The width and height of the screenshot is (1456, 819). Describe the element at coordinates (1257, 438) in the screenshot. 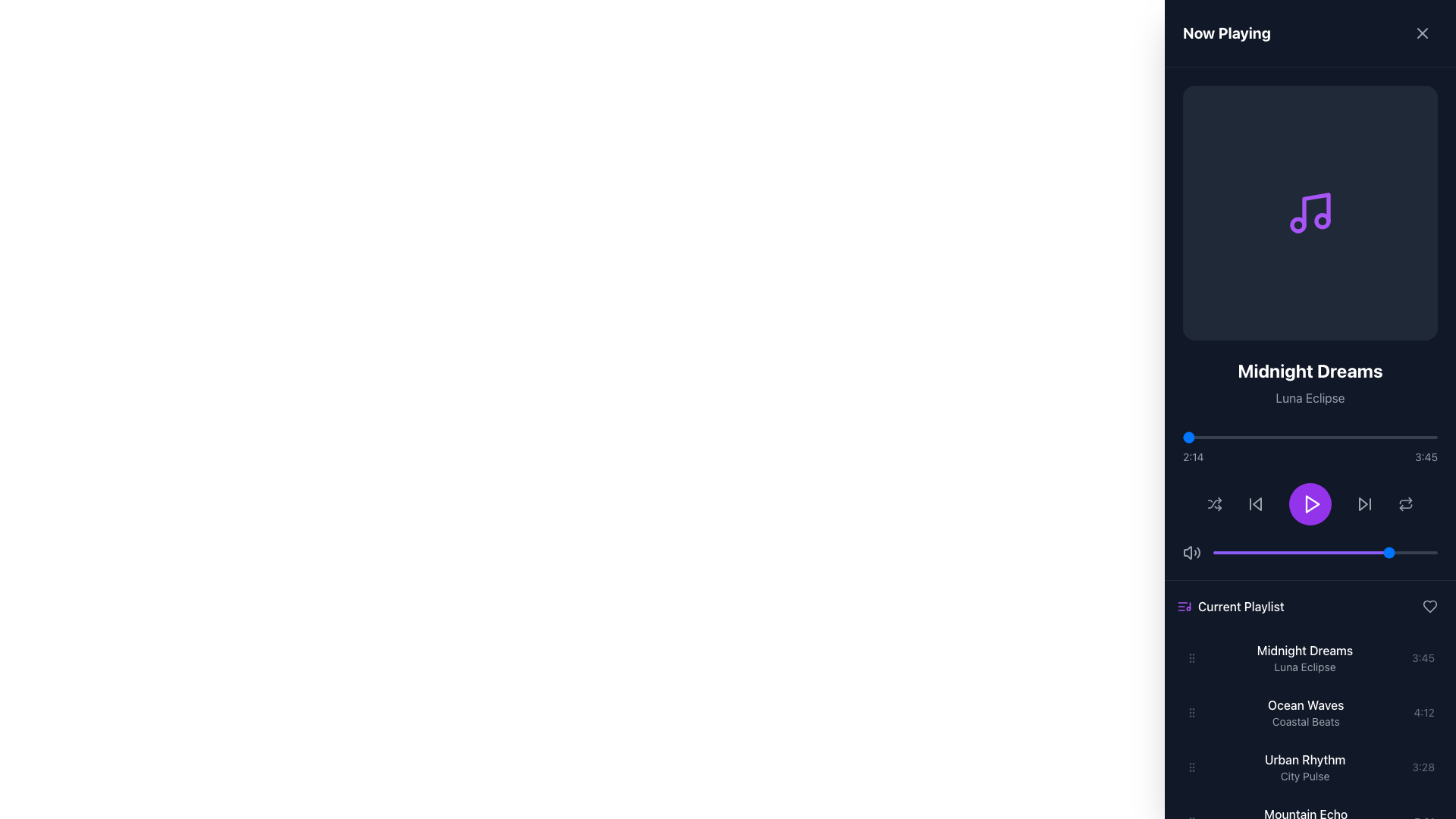

I see `the song progress` at that location.